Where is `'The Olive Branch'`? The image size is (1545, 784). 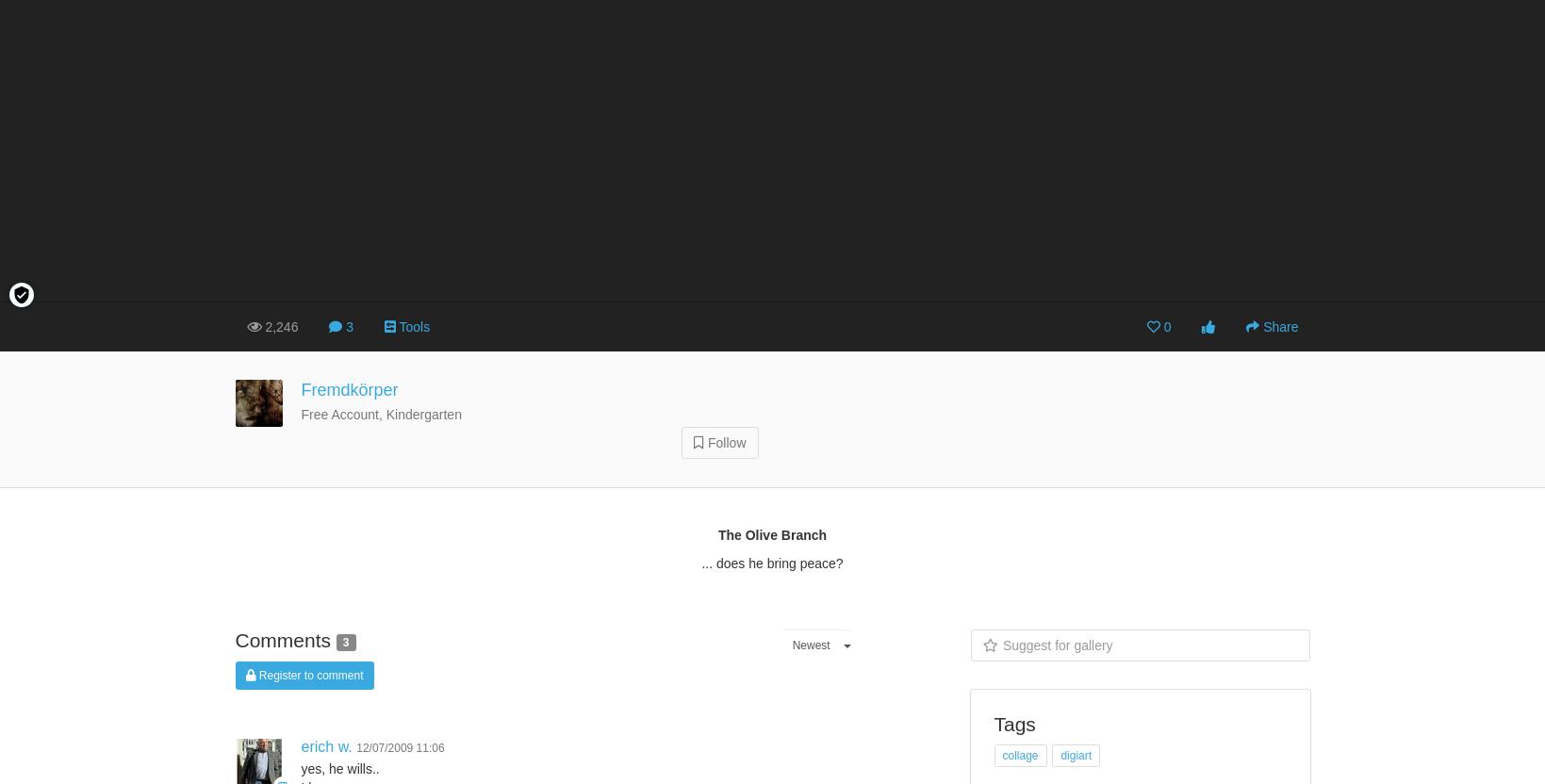 'The Olive Branch' is located at coordinates (772, 535).